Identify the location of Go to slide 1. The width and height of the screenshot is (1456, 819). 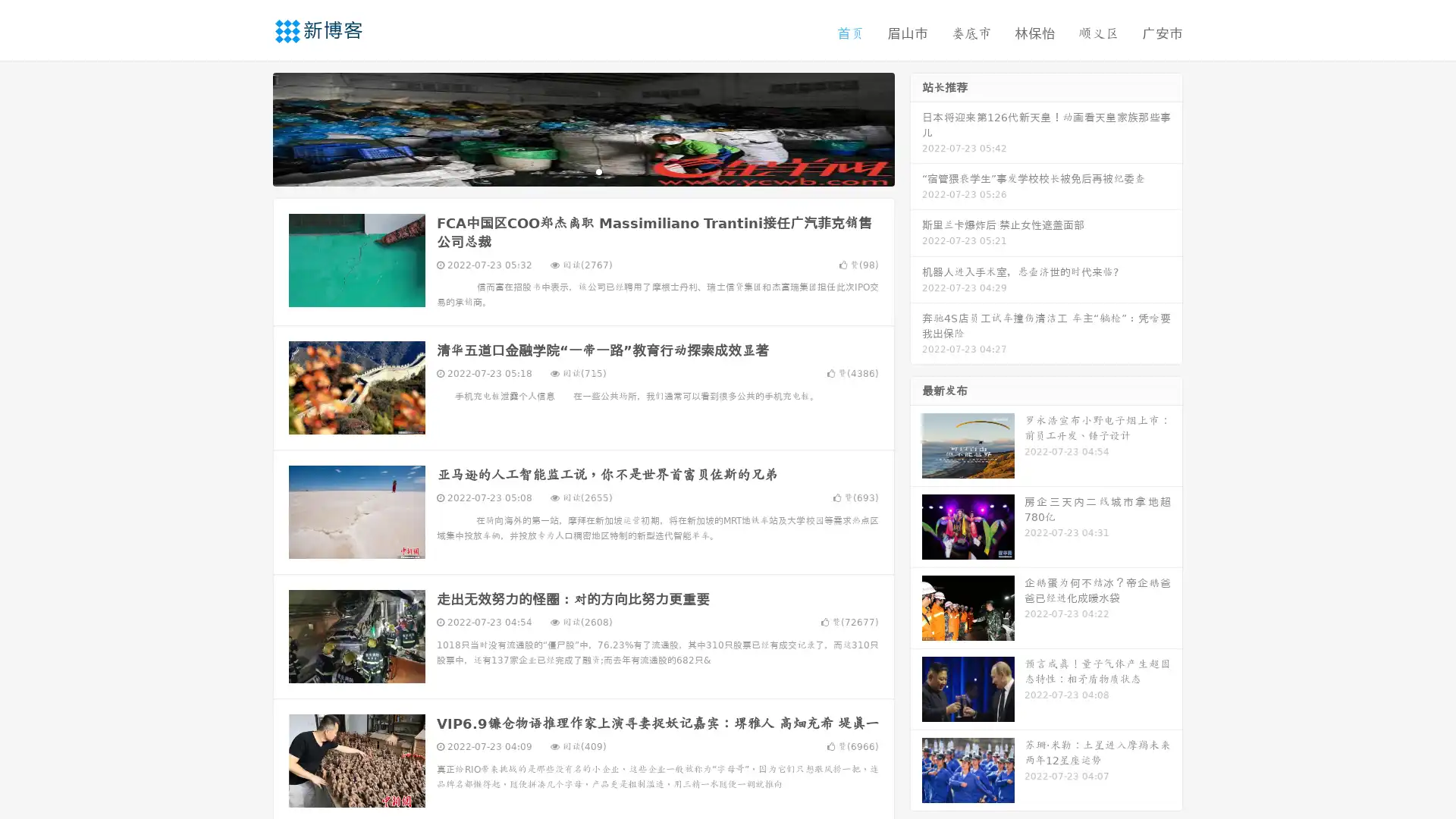
(567, 171).